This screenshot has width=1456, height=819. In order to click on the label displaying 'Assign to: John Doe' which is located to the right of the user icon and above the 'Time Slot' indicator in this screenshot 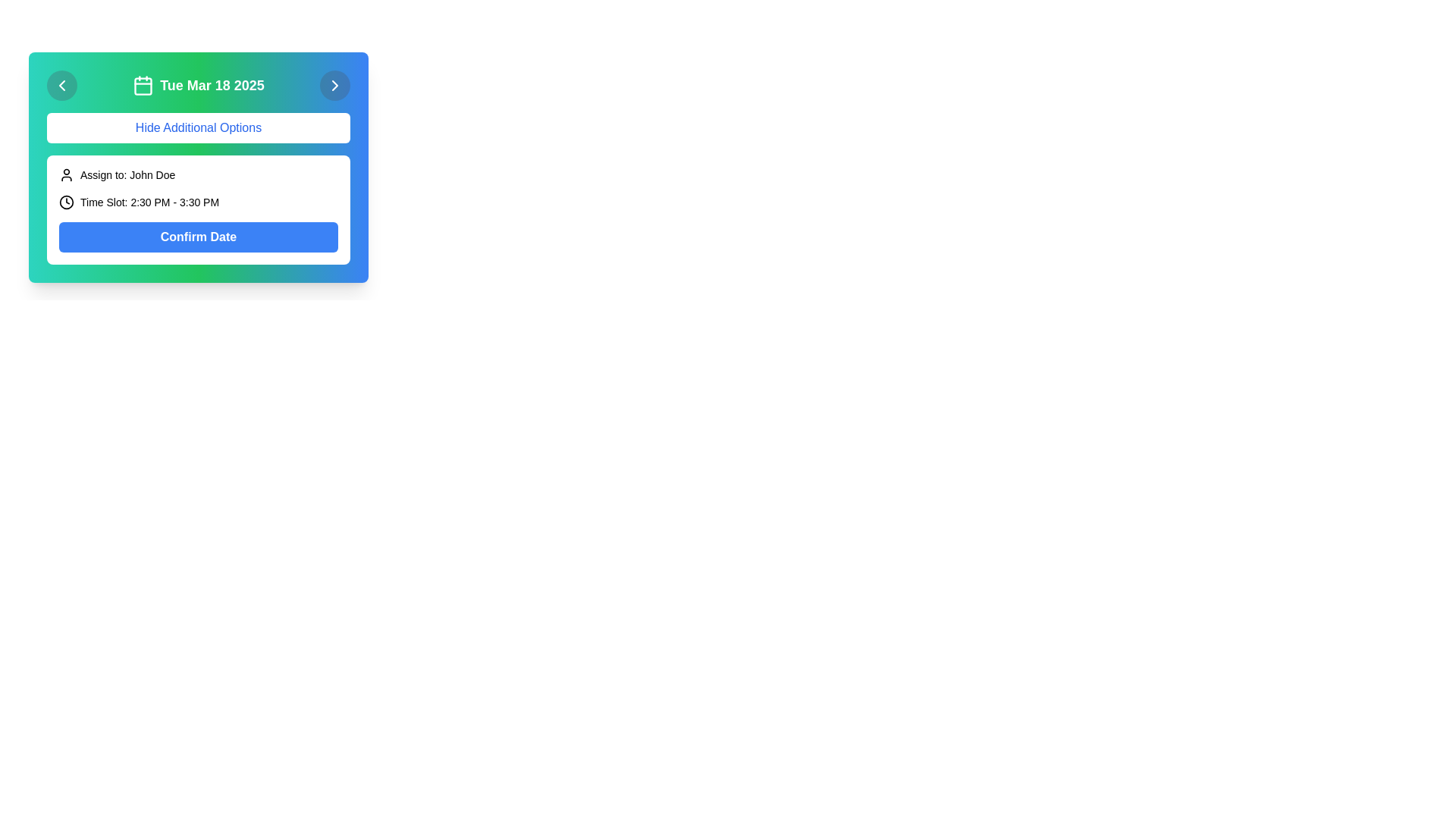, I will do `click(127, 174)`.